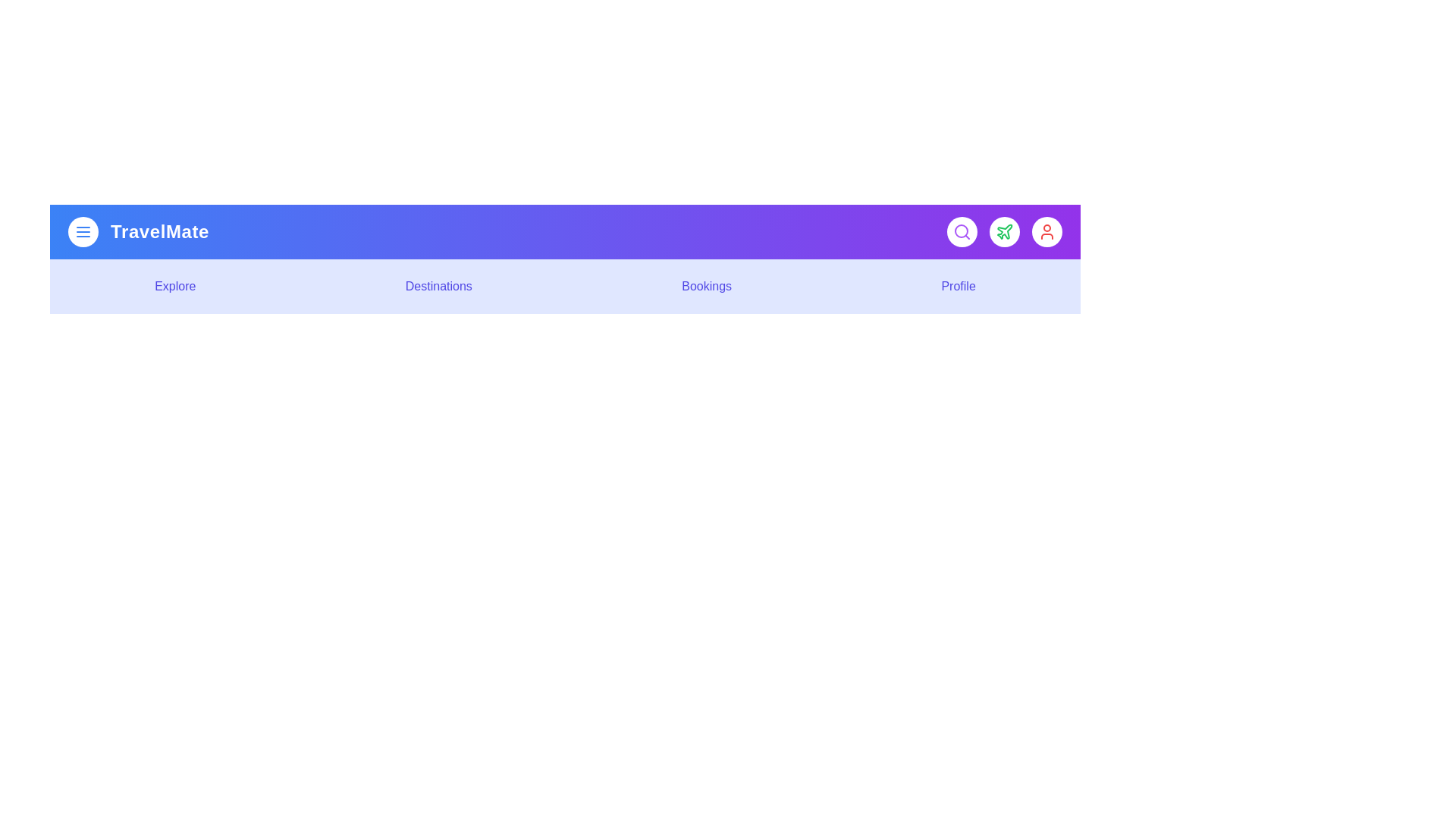  What do you see at coordinates (961, 231) in the screenshot?
I see `the search button to initiate a search` at bounding box center [961, 231].